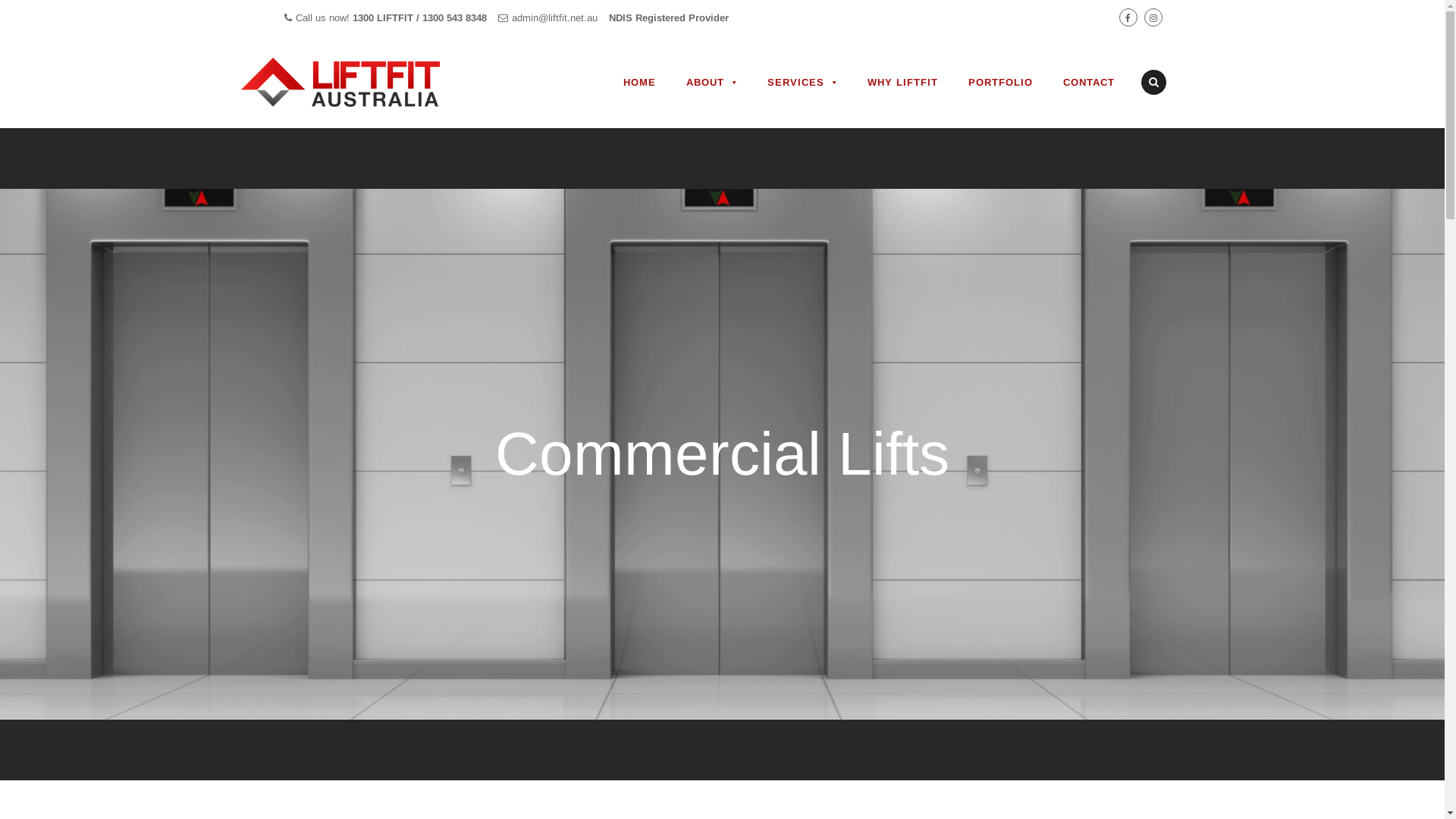 This screenshot has width=1456, height=819. What do you see at coordinates (639, 82) in the screenshot?
I see `'HOME'` at bounding box center [639, 82].